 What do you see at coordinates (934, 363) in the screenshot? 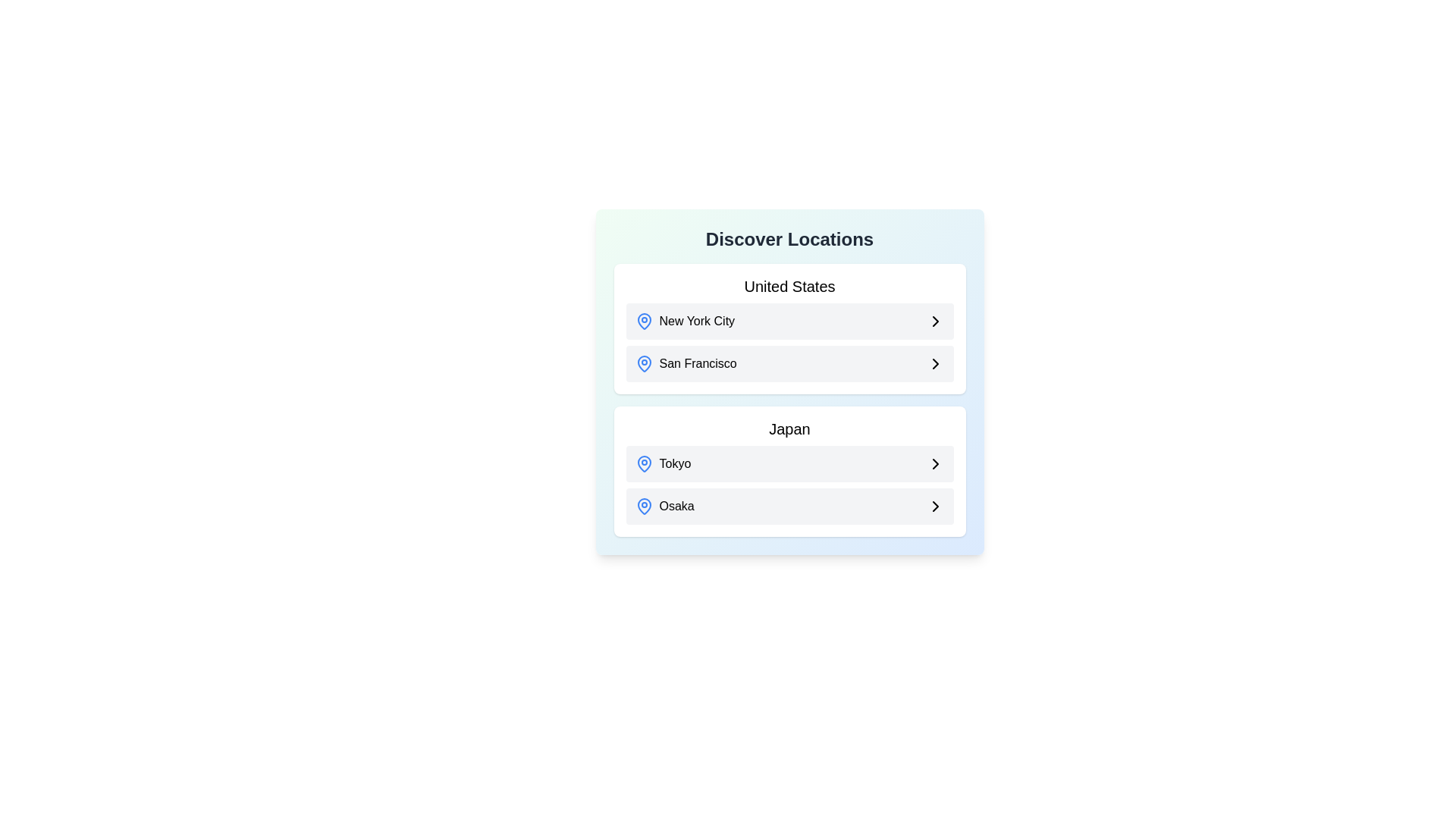
I see `the arrow icon located at the far-right side of the 'San Francisco' button within the 'United States' section of the 'Discover Locations' interface` at bounding box center [934, 363].